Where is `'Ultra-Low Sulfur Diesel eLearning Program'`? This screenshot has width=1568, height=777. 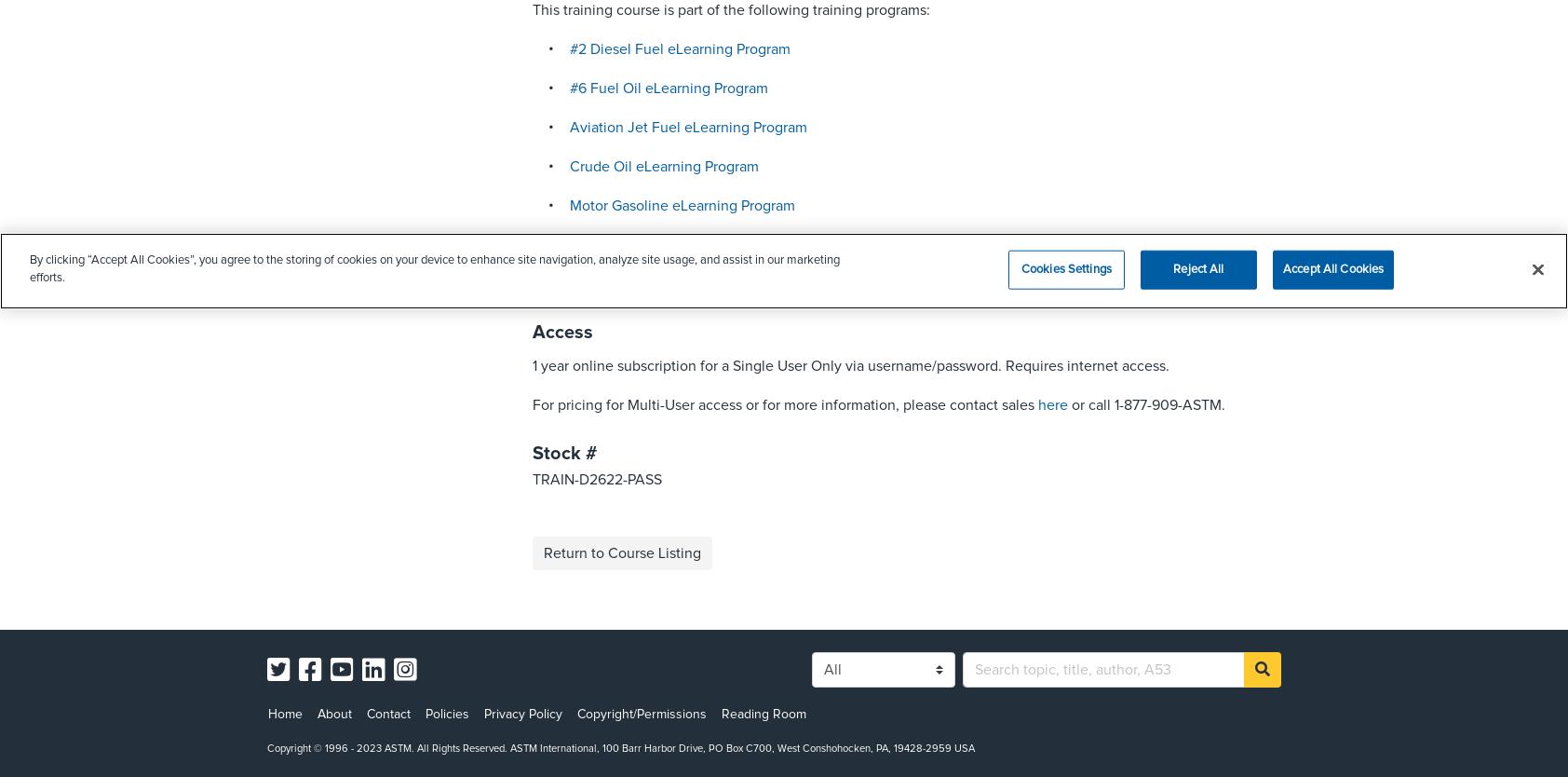
'Ultra-Low Sulfur Diesel eLearning Program' is located at coordinates (707, 283).